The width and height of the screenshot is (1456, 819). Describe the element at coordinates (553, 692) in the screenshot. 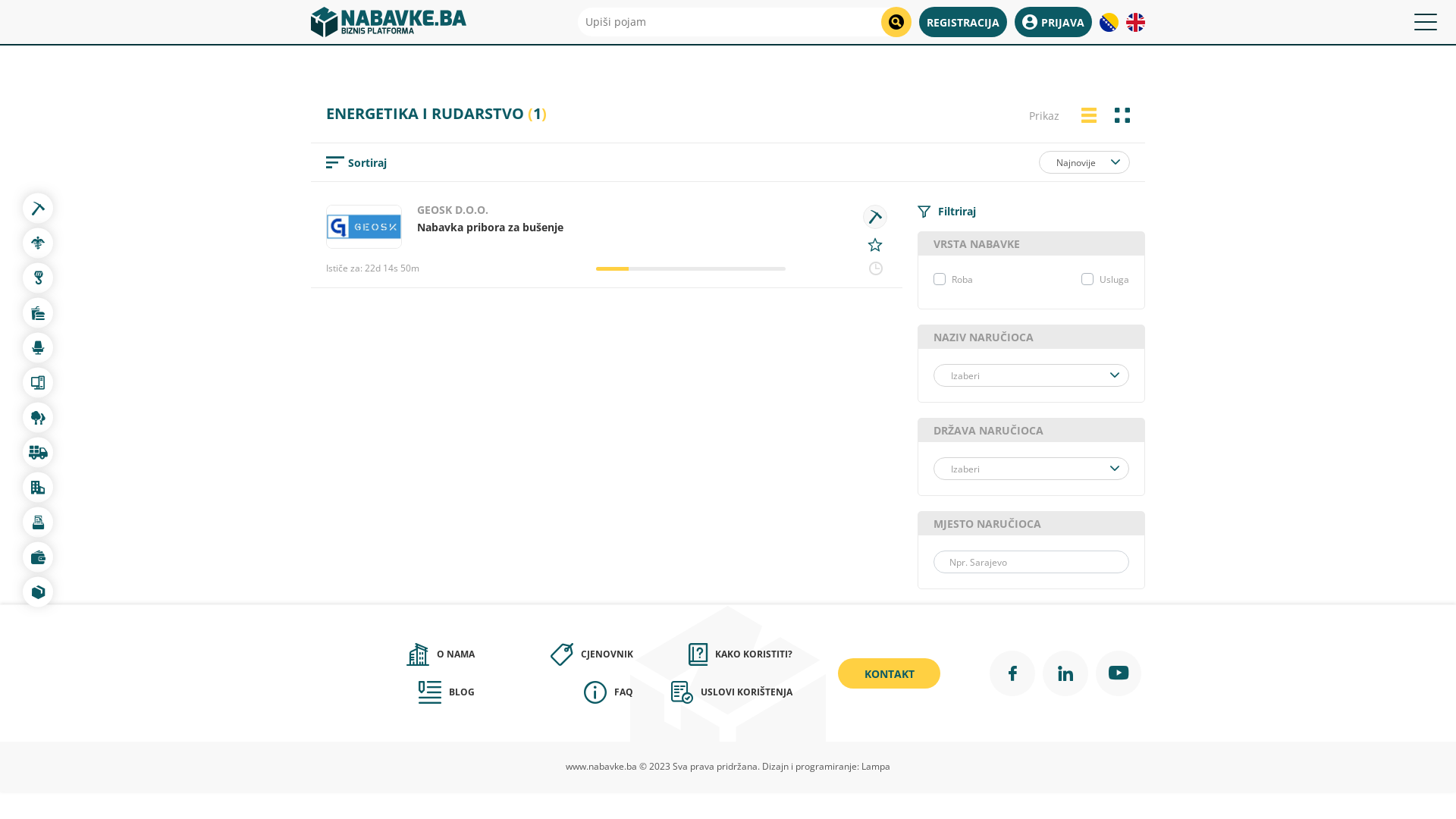

I see `'FAQ'` at that location.